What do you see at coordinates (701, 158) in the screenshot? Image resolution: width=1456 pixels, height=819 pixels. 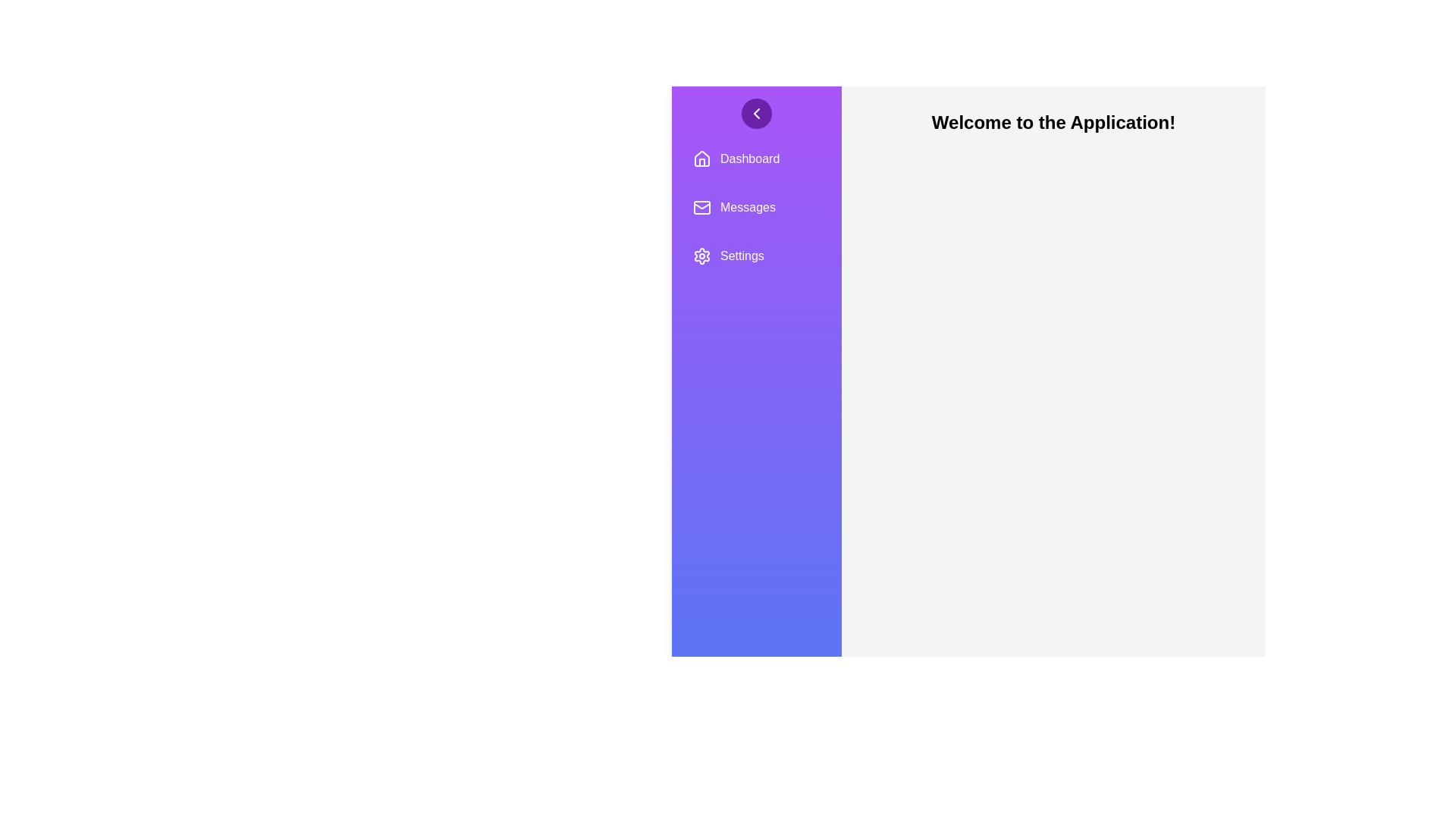 I see `the house icon located in the purple vertical sidebar next to the 'Dashboard' text` at bounding box center [701, 158].